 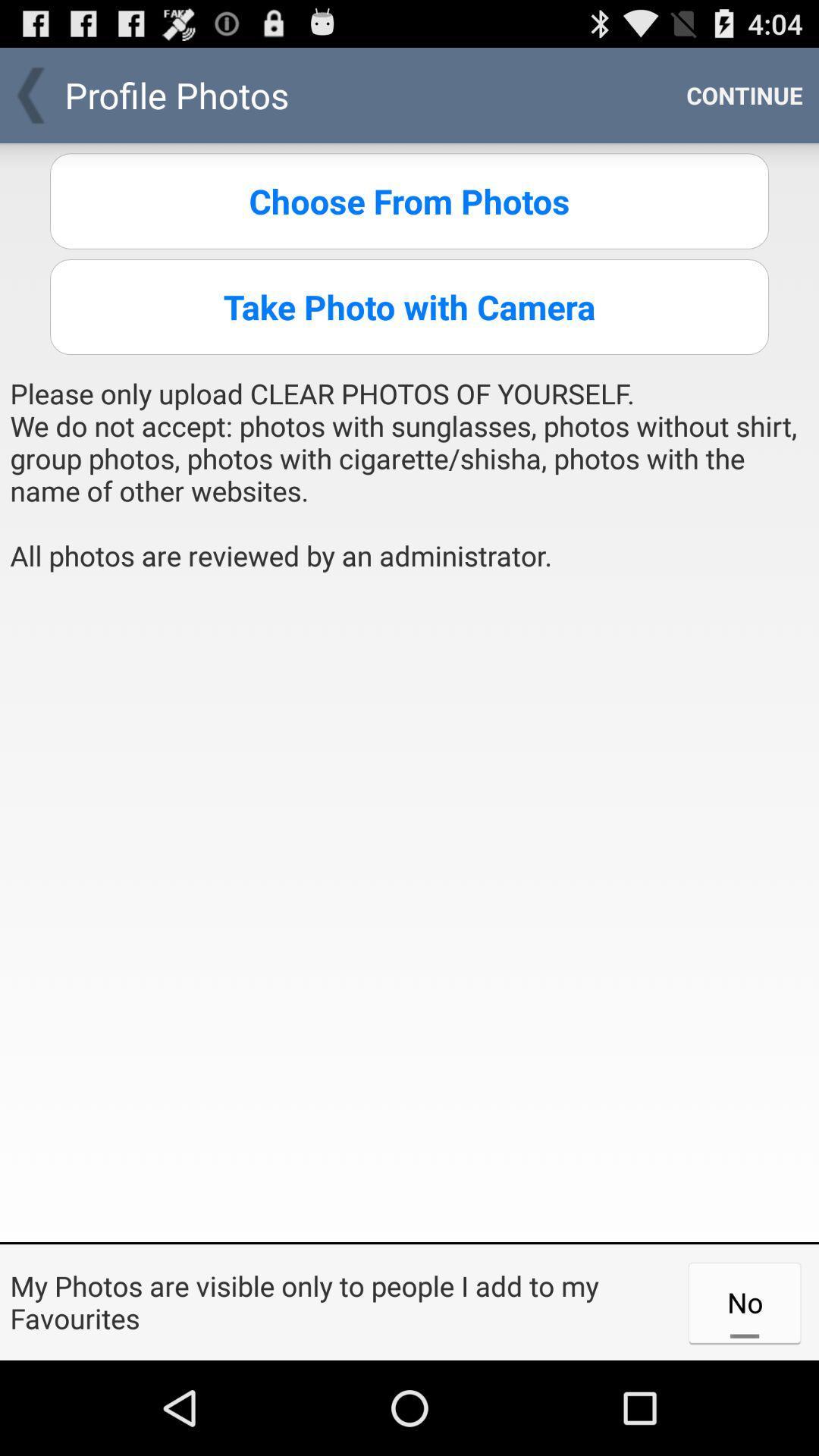 I want to click on the item to the right of the profile photos item, so click(x=744, y=94).